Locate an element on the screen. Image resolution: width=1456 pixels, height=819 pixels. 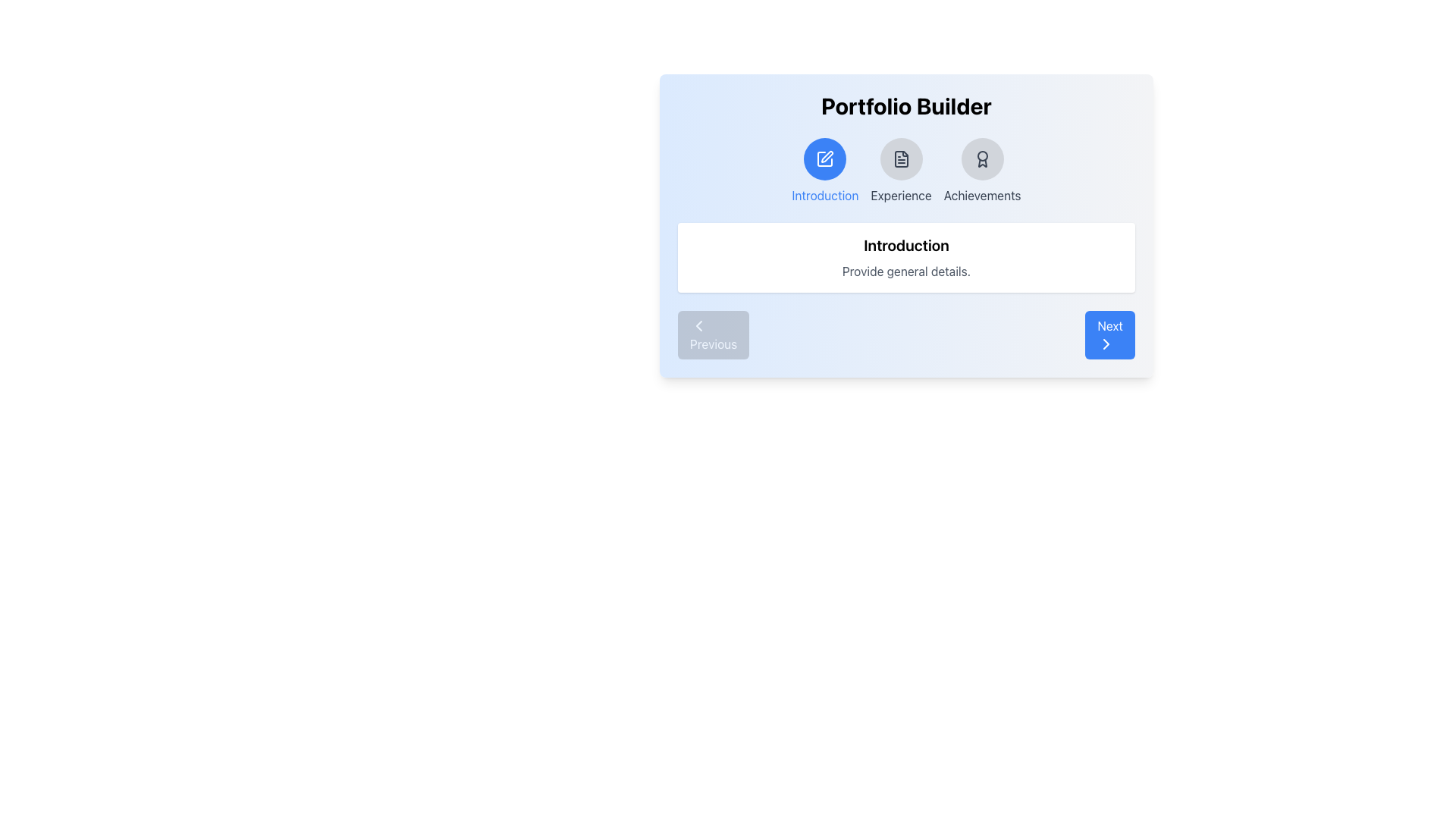
the circular blue icon with a white pen symbol located above the text 'Introduction' to focus on the Introduction section is located at coordinates (824, 171).